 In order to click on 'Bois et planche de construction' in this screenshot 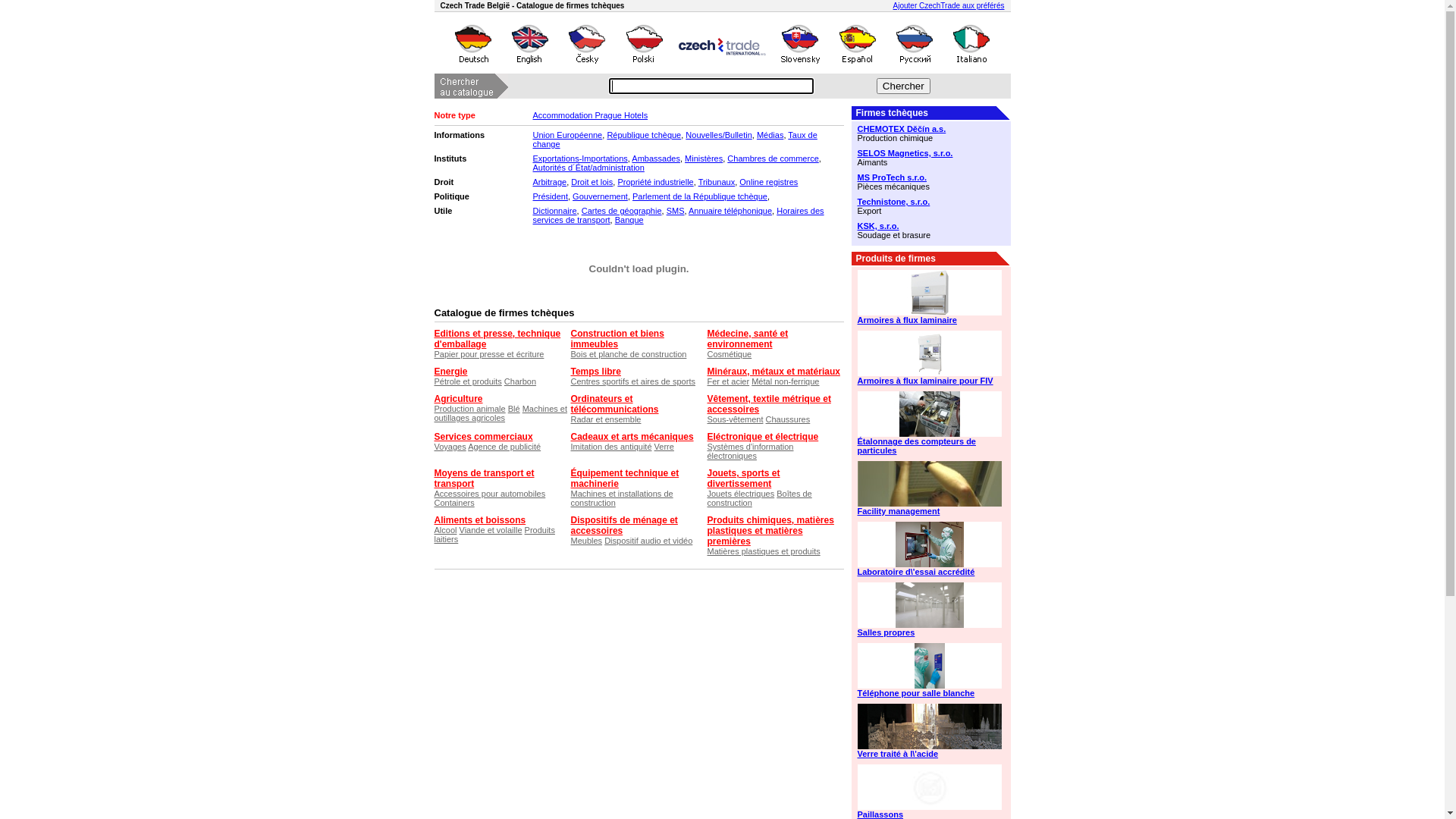, I will do `click(628, 353)`.